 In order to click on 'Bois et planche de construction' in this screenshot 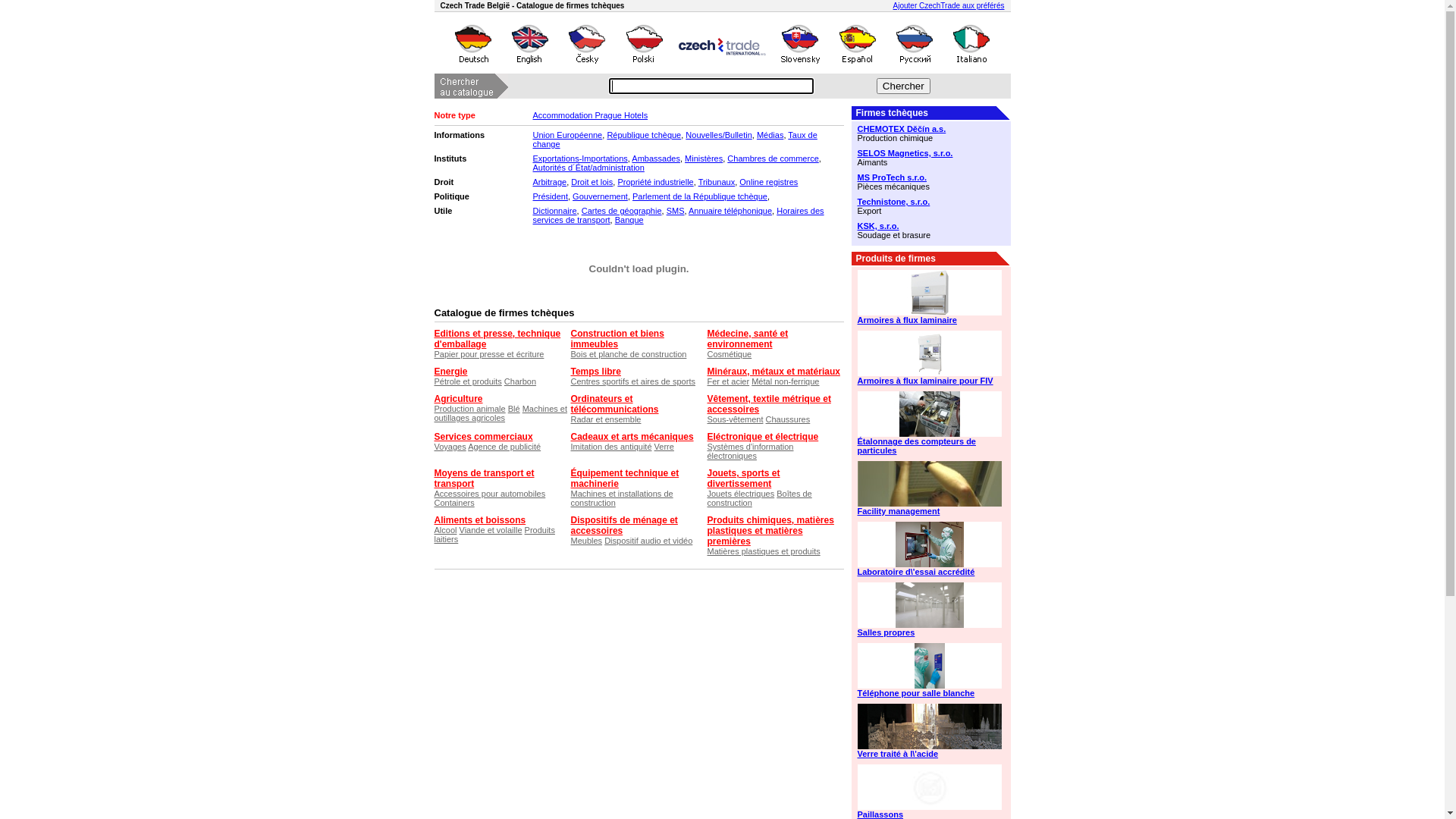, I will do `click(628, 353)`.